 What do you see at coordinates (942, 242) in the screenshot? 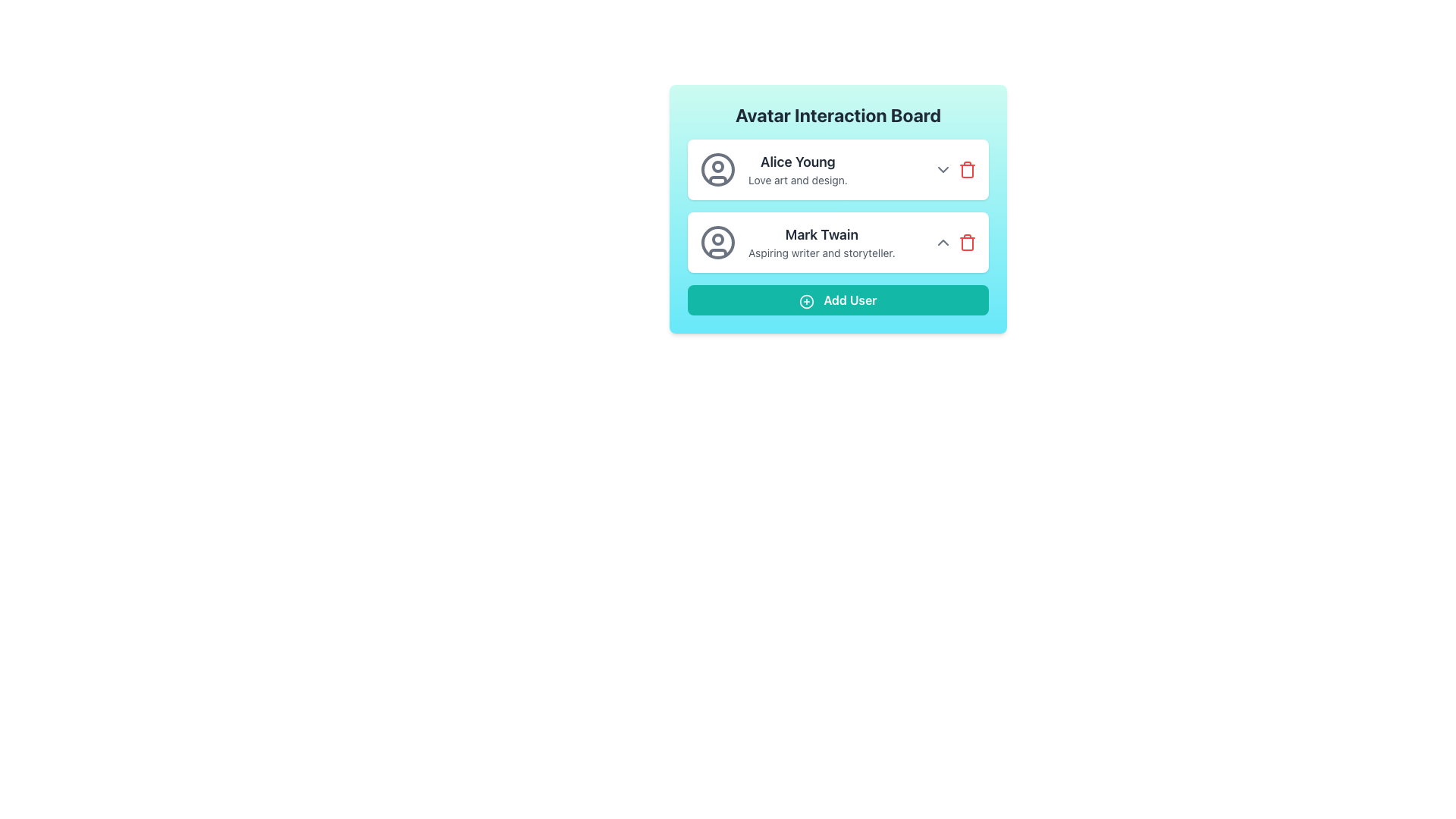
I see `the chevron icon button located in the top-right corner of the 'Mark Twain' user profile card` at bounding box center [942, 242].